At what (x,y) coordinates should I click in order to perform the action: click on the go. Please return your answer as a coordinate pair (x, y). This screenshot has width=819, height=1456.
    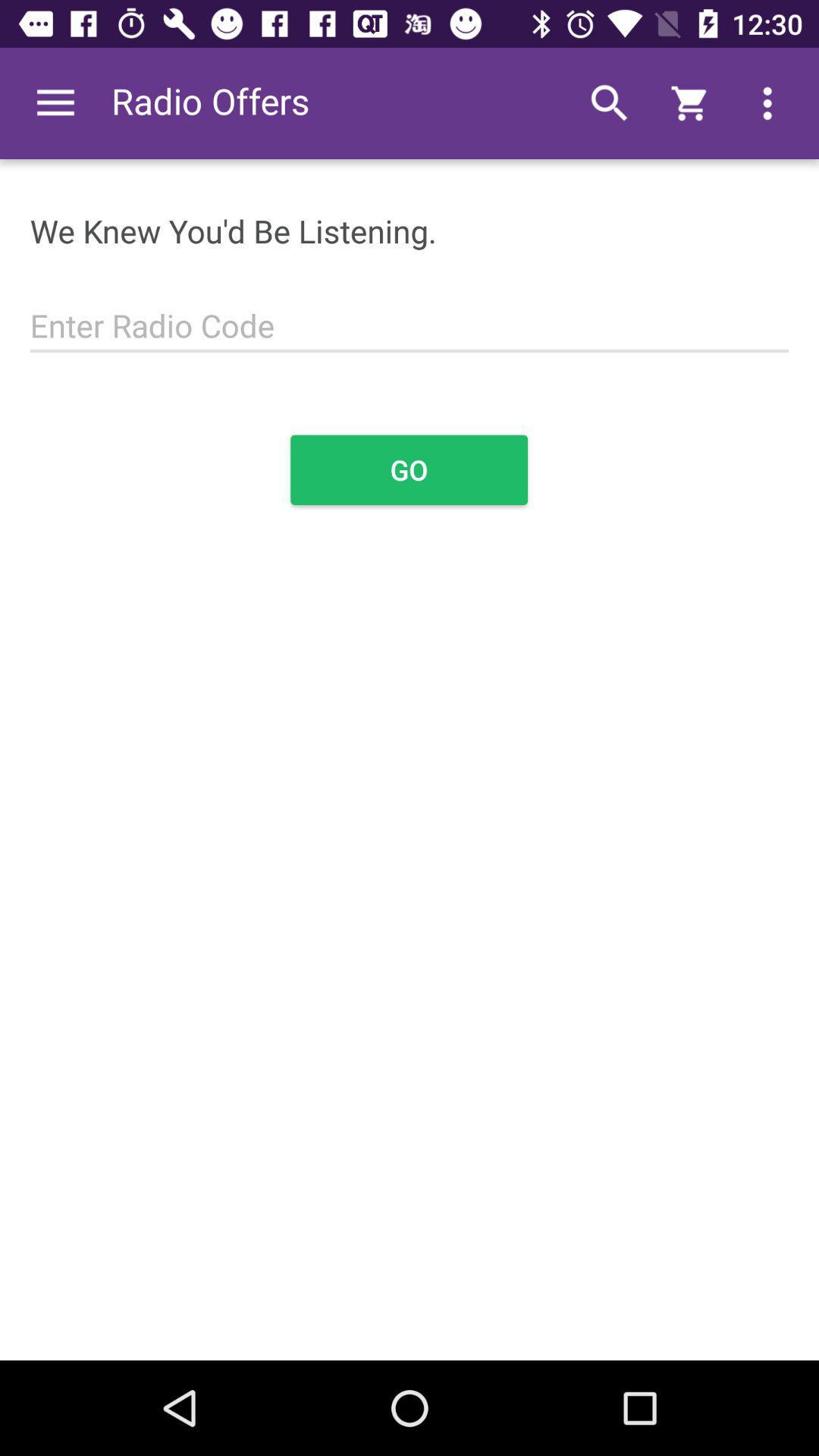
    Looking at the image, I should click on (408, 469).